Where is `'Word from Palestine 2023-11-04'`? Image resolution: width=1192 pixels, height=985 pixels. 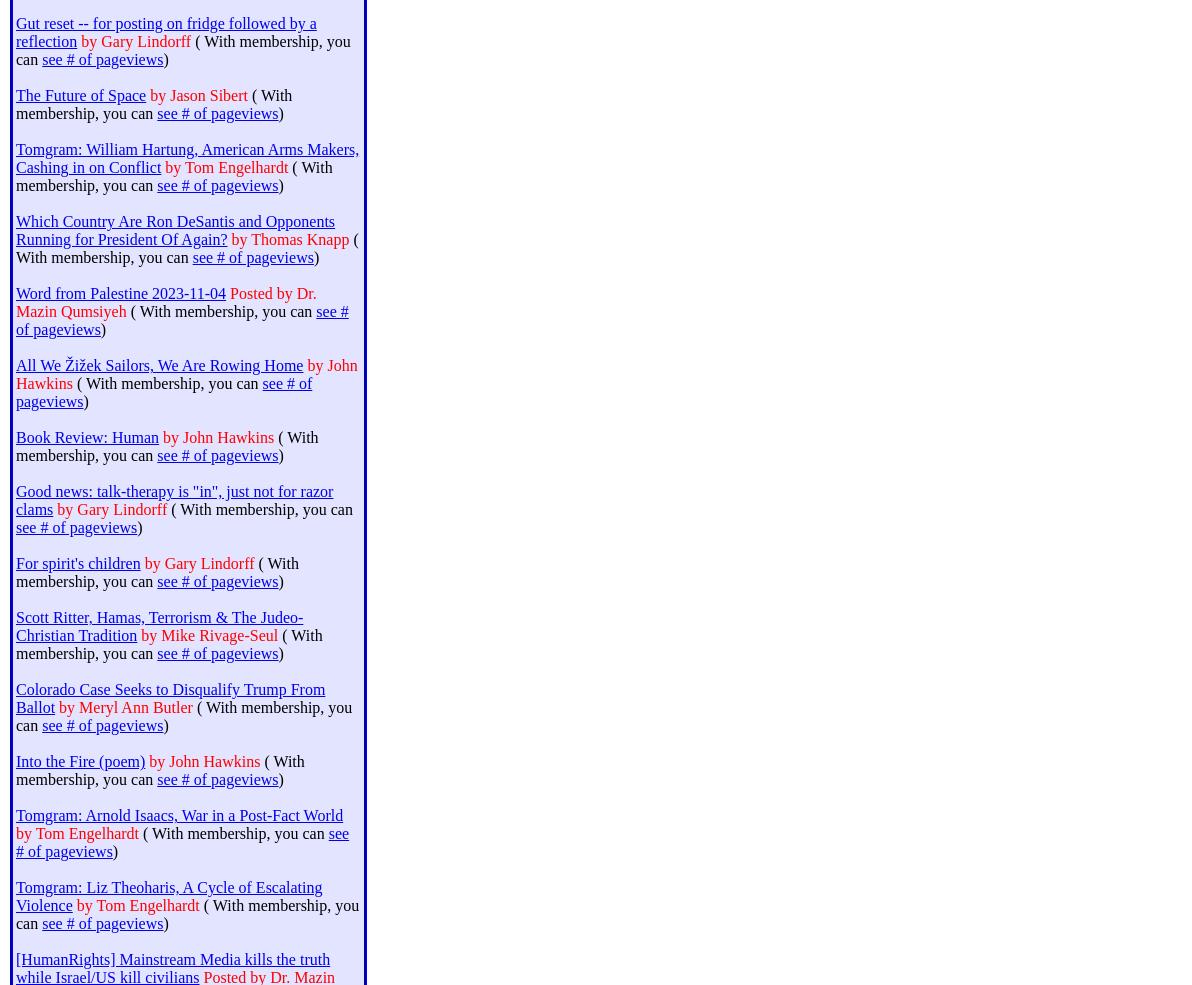
'Word from Palestine 2023-11-04' is located at coordinates (120, 292).